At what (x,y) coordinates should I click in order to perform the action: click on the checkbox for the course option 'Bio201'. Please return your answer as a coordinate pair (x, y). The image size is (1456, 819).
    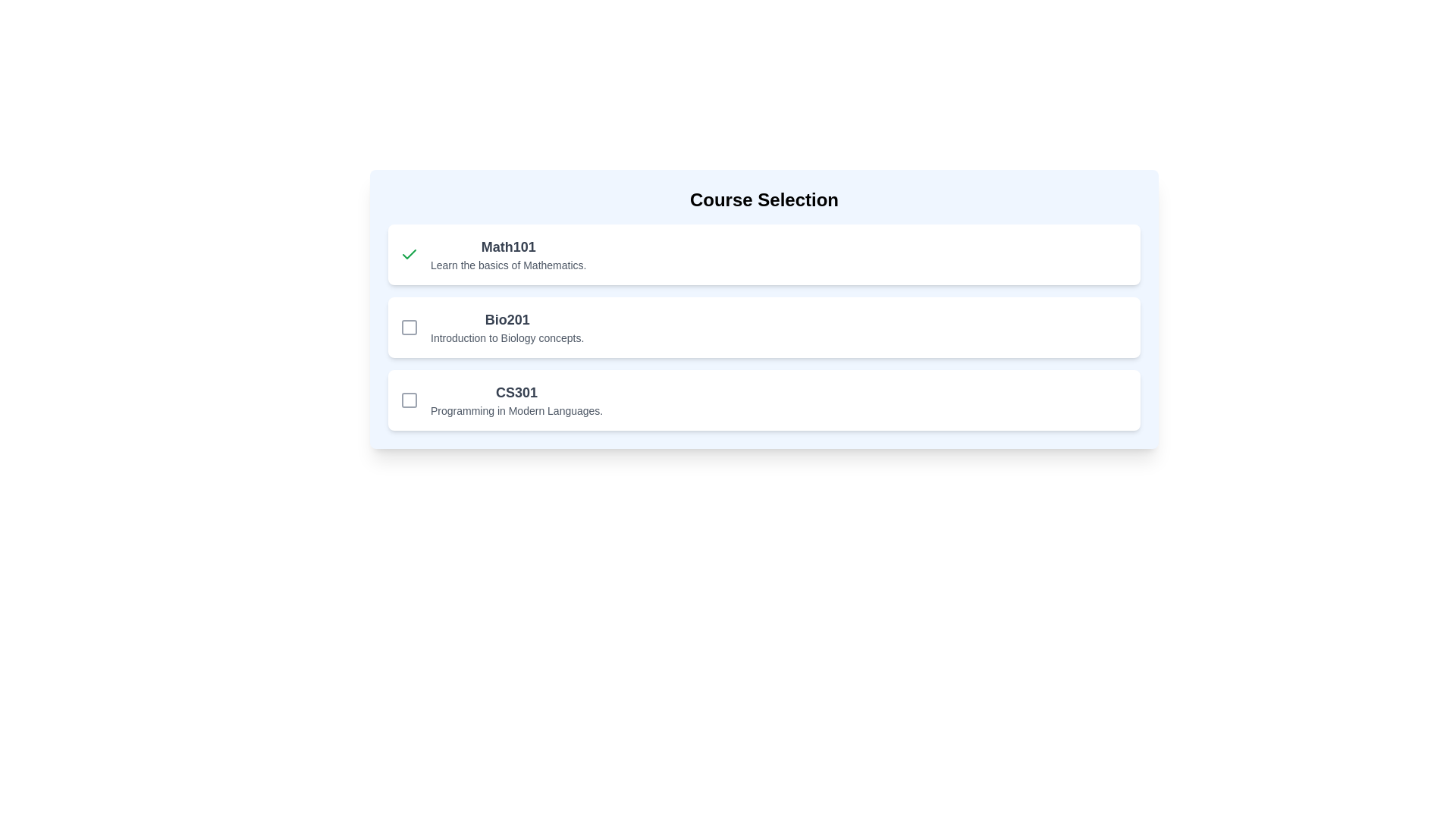
    Looking at the image, I should click on (409, 327).